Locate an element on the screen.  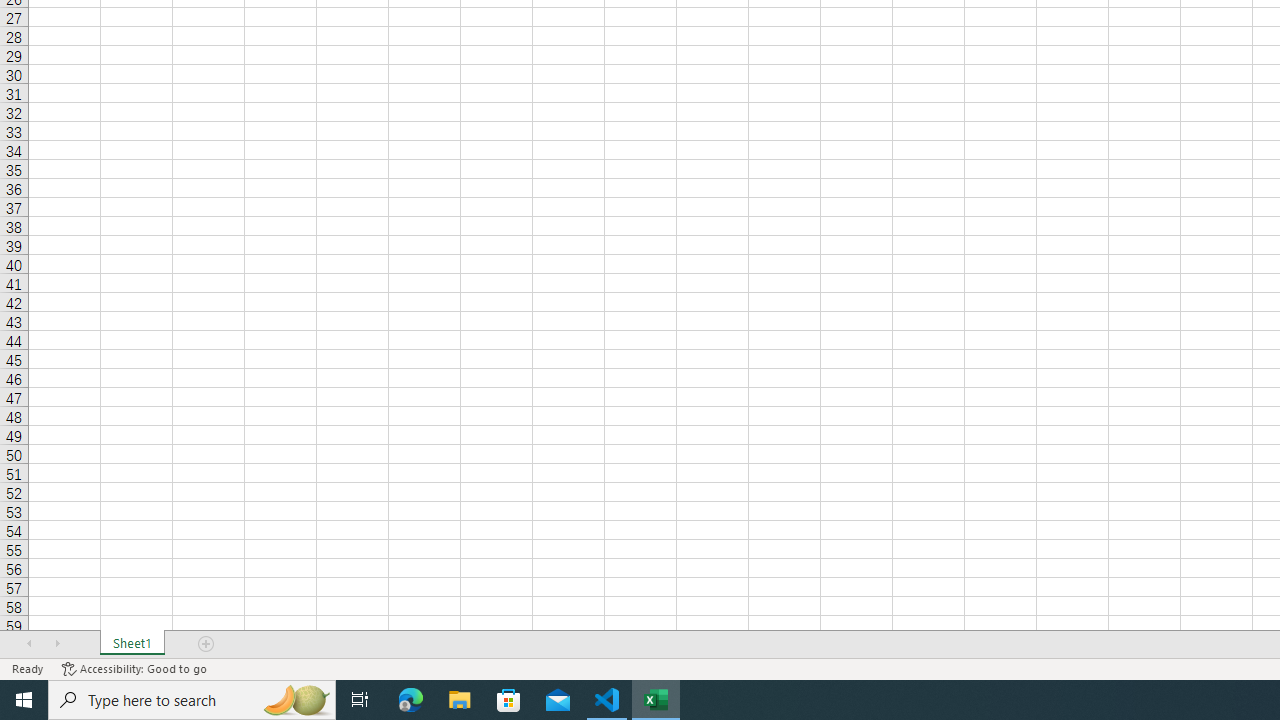
'Start' is located at coordinates (24, 698).